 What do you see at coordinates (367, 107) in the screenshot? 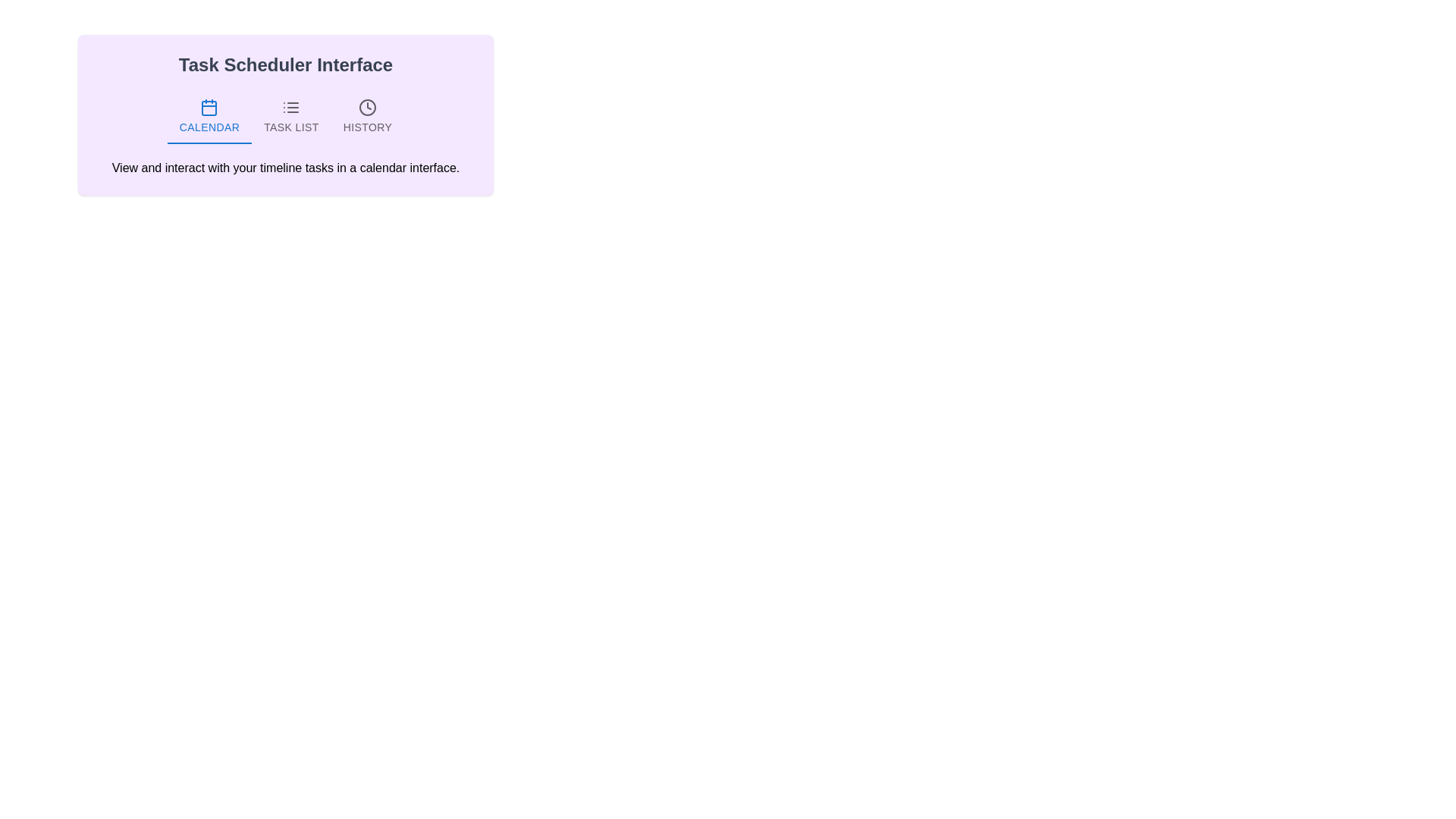
I see `the 'HISTORY' tab icon` at bounding box center [367, 107].